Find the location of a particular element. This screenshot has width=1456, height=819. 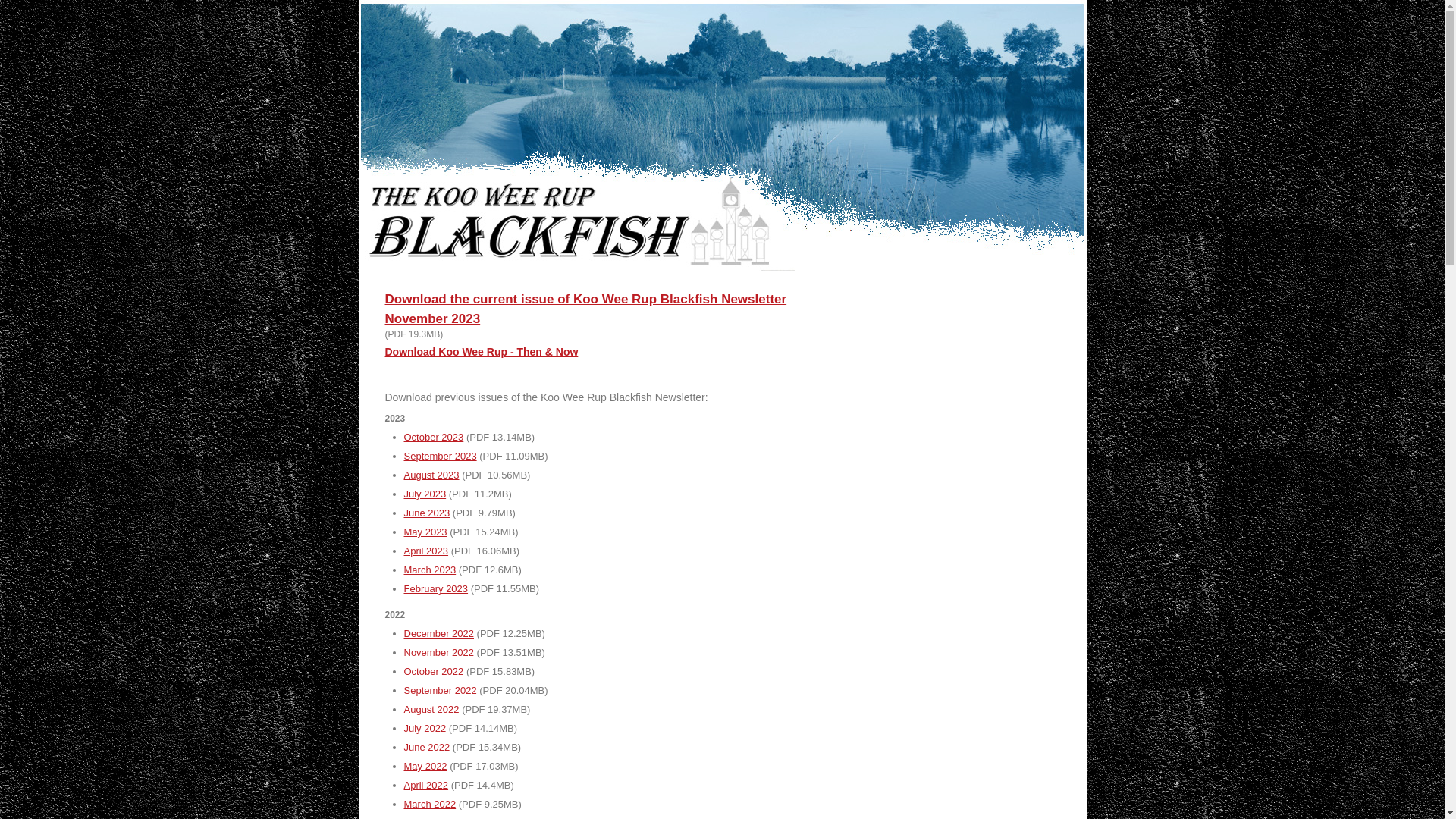

'May 2023' is located at coordinates (425, 531).